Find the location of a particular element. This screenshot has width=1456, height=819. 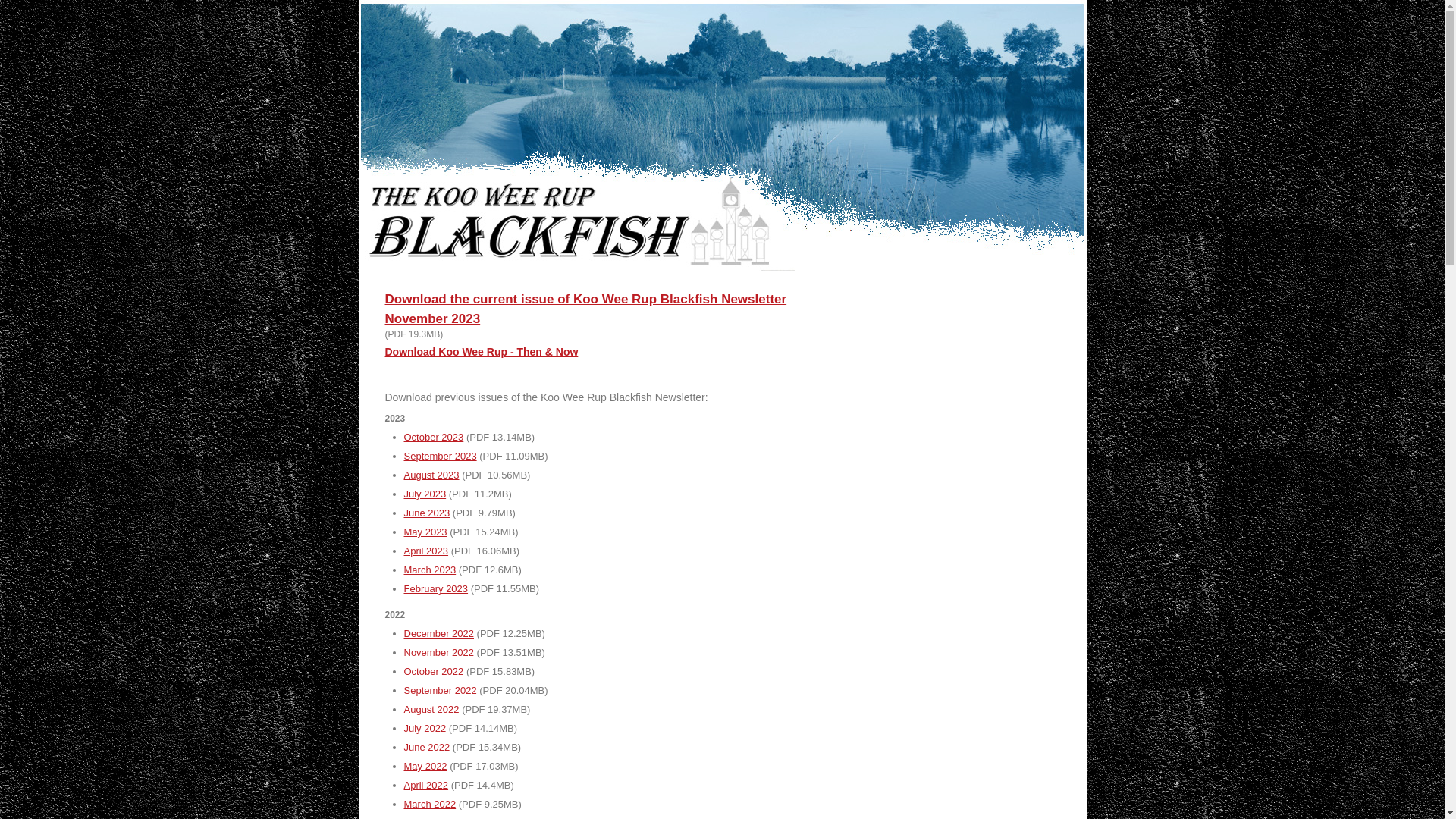

'May 2023' is located at coordinates (425, 531).